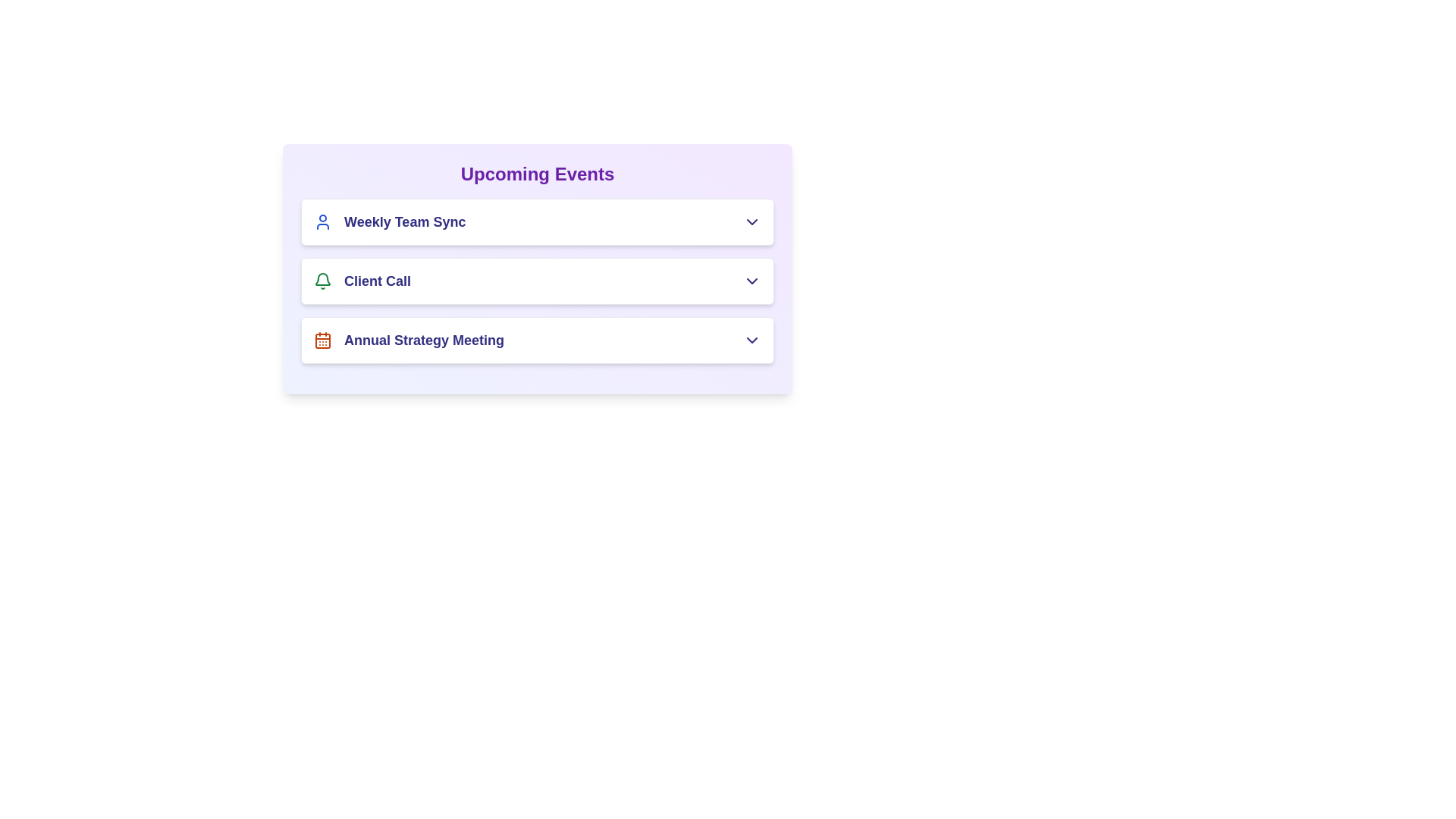  I want to click on the first list item titled 'Weekly Team Sync' under the 'Upcoming Events' header, so click(390, 222).